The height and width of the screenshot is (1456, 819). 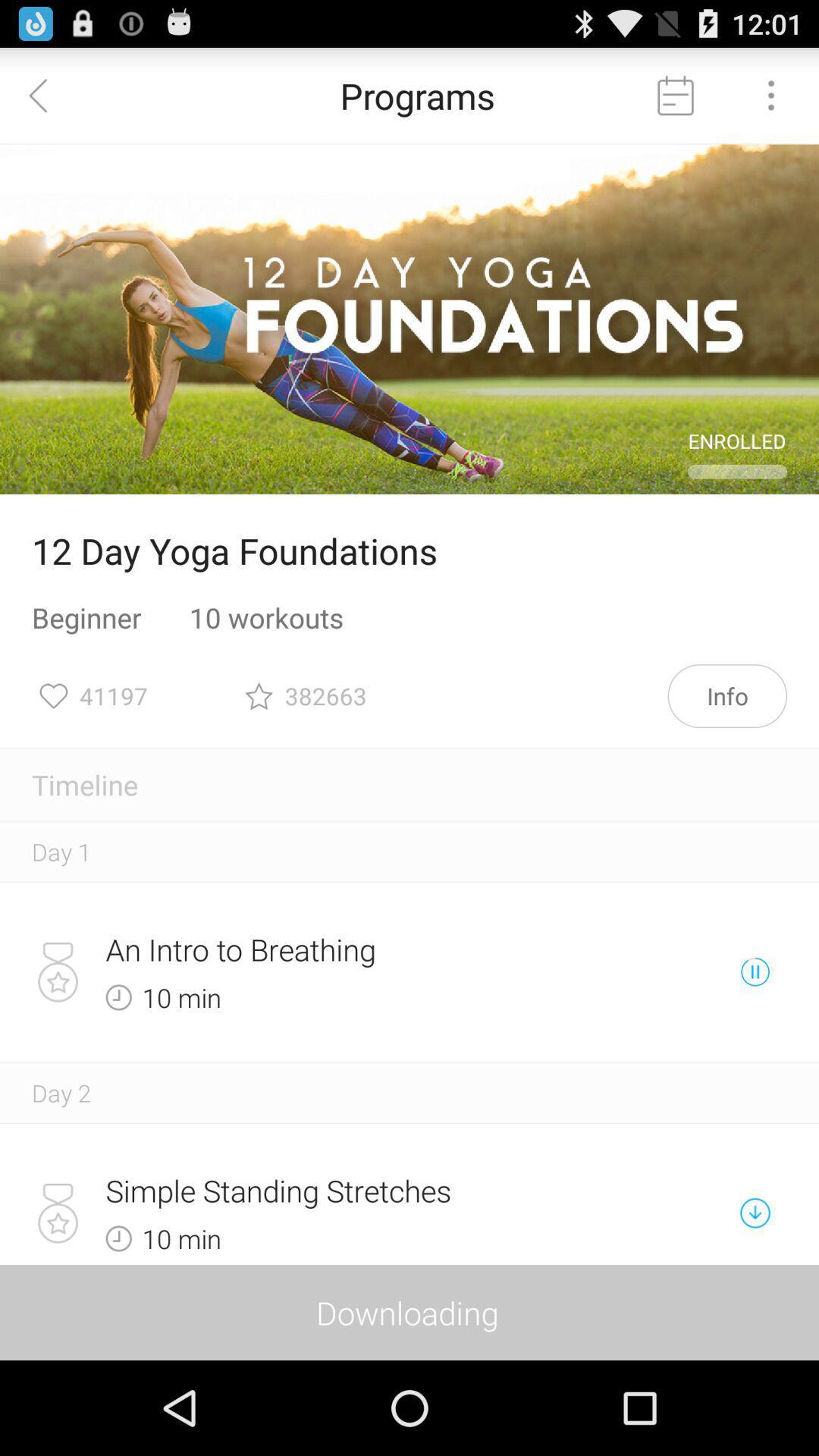 What do you see at coordinates (755, 1212) in the screenshot?
I see `icon next to simple standing stretches icon` at bounding box center [755, 1212].